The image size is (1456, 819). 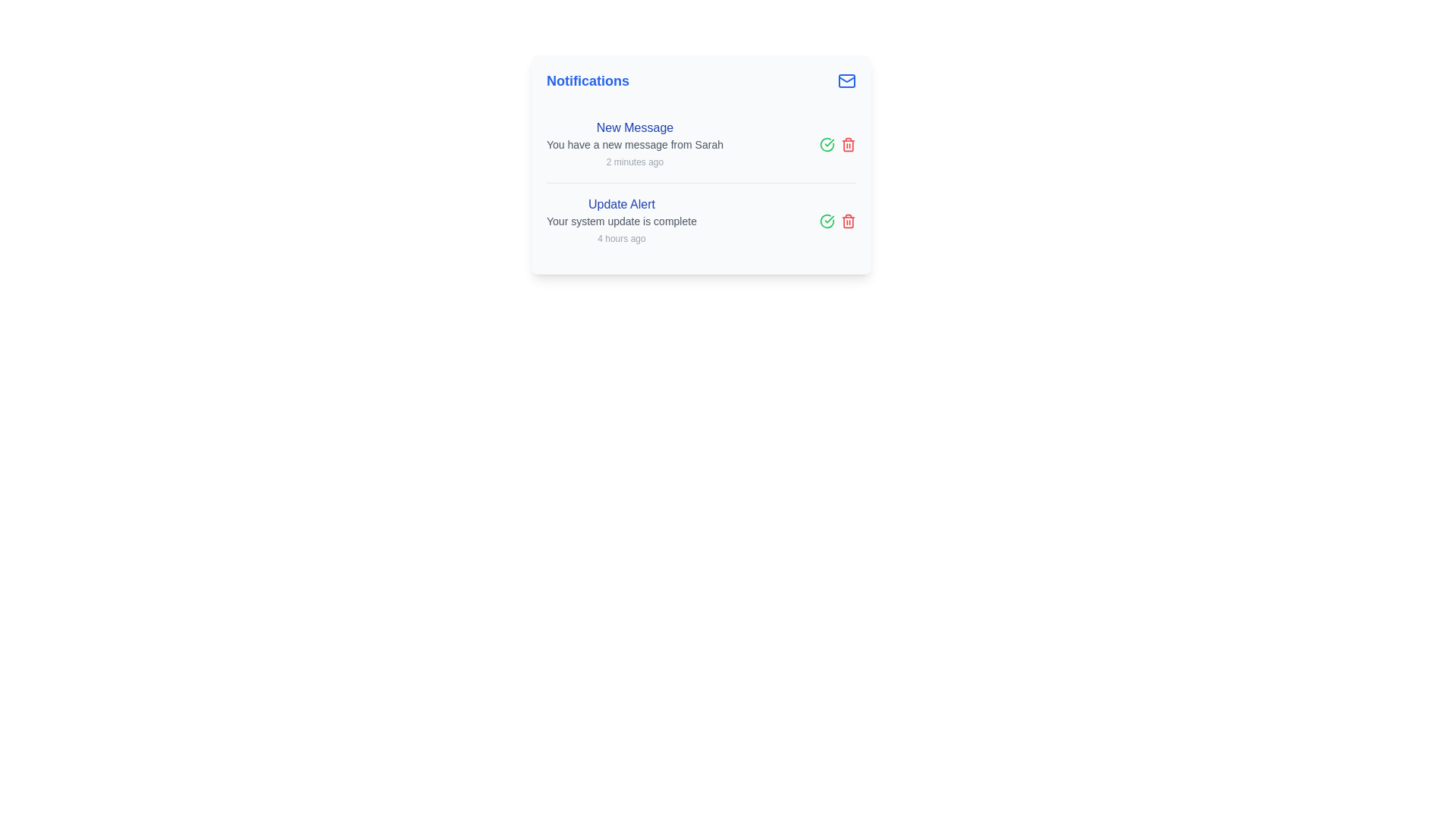 What do you see at coordinates (847, 145) in the screenshot?
I see `the small red trash bin icon located in the second notification row on the rightmost side of the notification card interface` at bounding box center [847, 145].